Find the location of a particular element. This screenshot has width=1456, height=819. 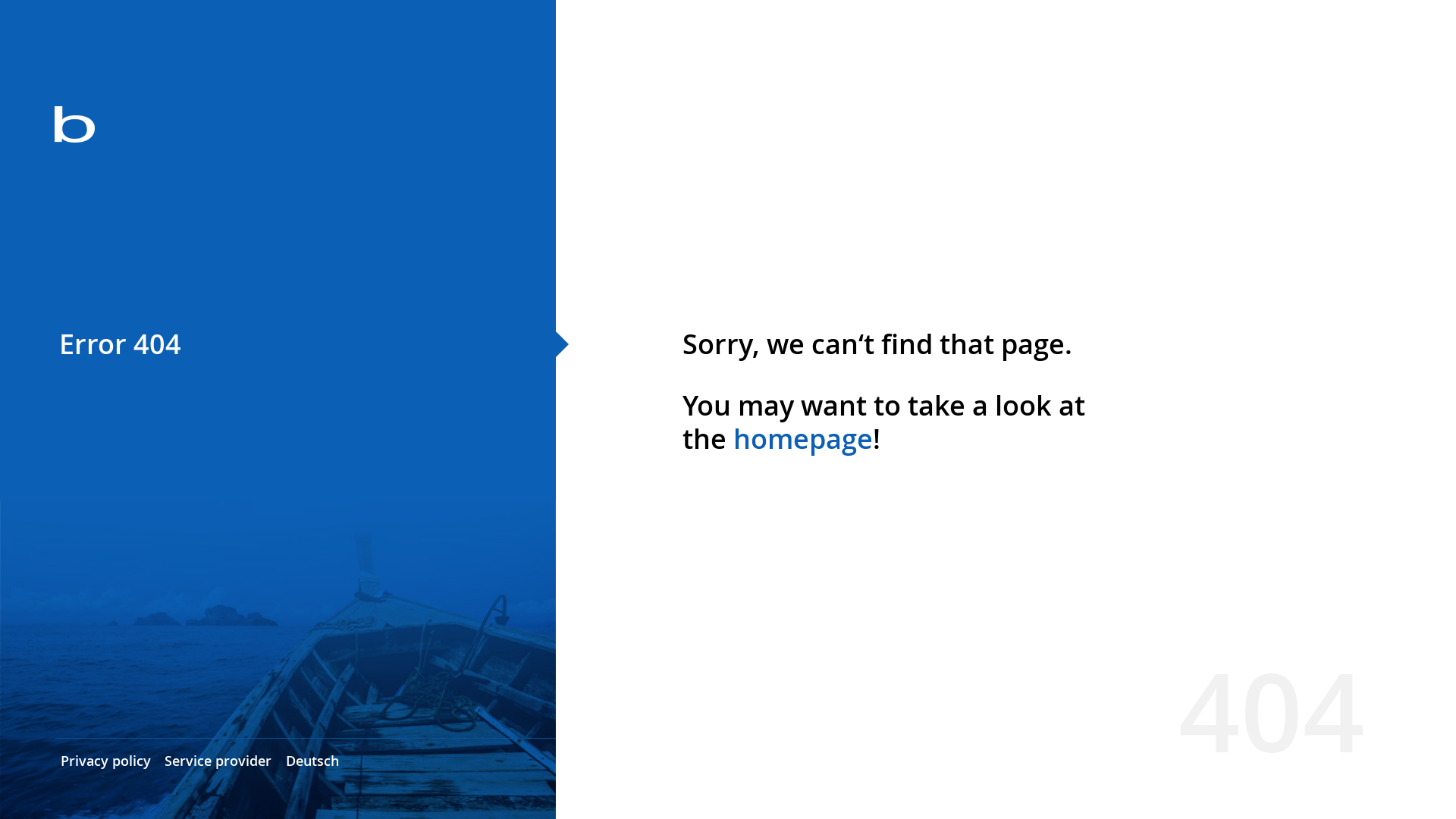

'Deutsch' is located at coordinates (312, 760).